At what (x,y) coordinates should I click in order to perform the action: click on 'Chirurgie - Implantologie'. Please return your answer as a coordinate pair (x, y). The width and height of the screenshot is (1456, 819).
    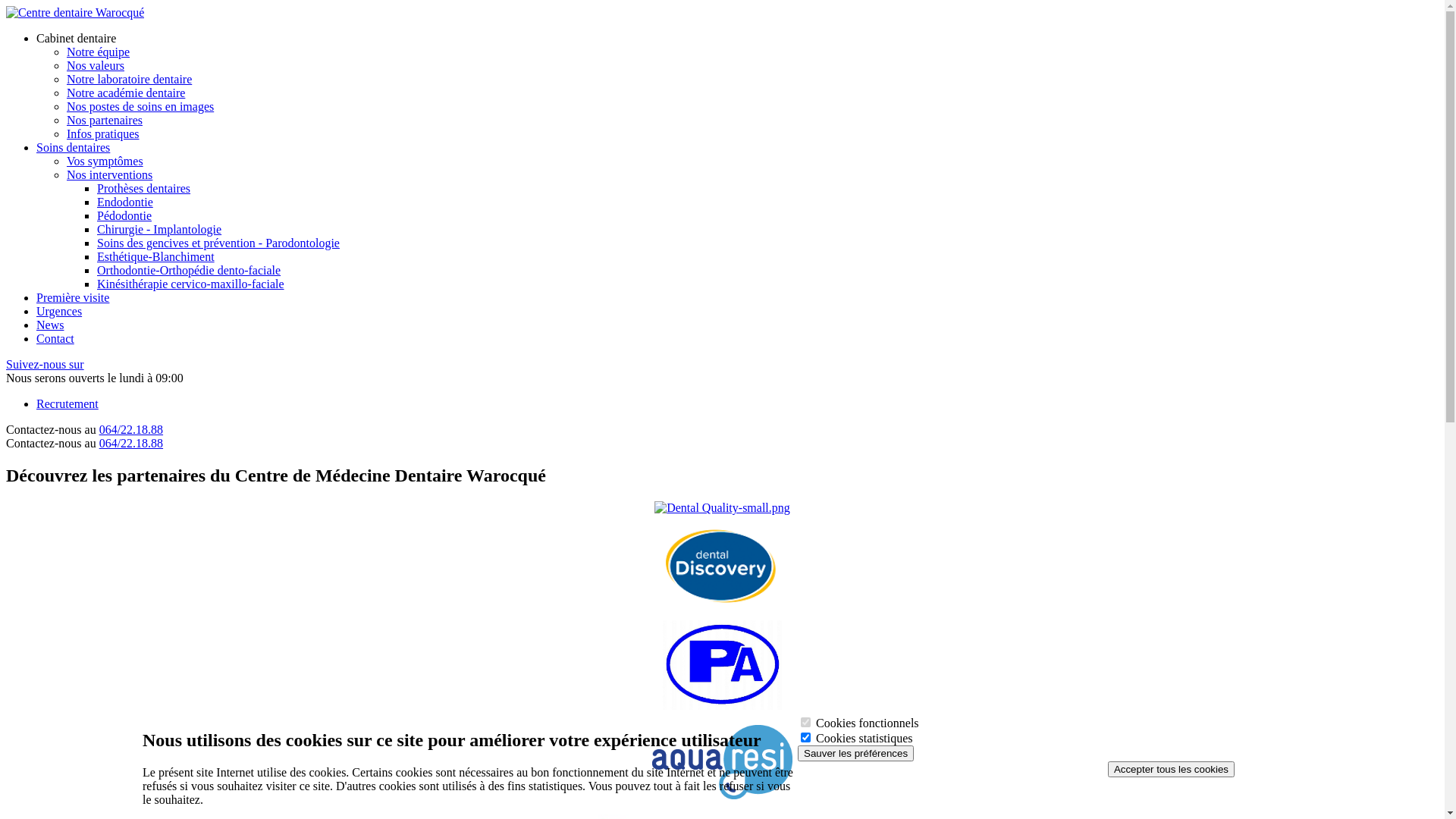
    Looking at the image, I should click on (159, 229).